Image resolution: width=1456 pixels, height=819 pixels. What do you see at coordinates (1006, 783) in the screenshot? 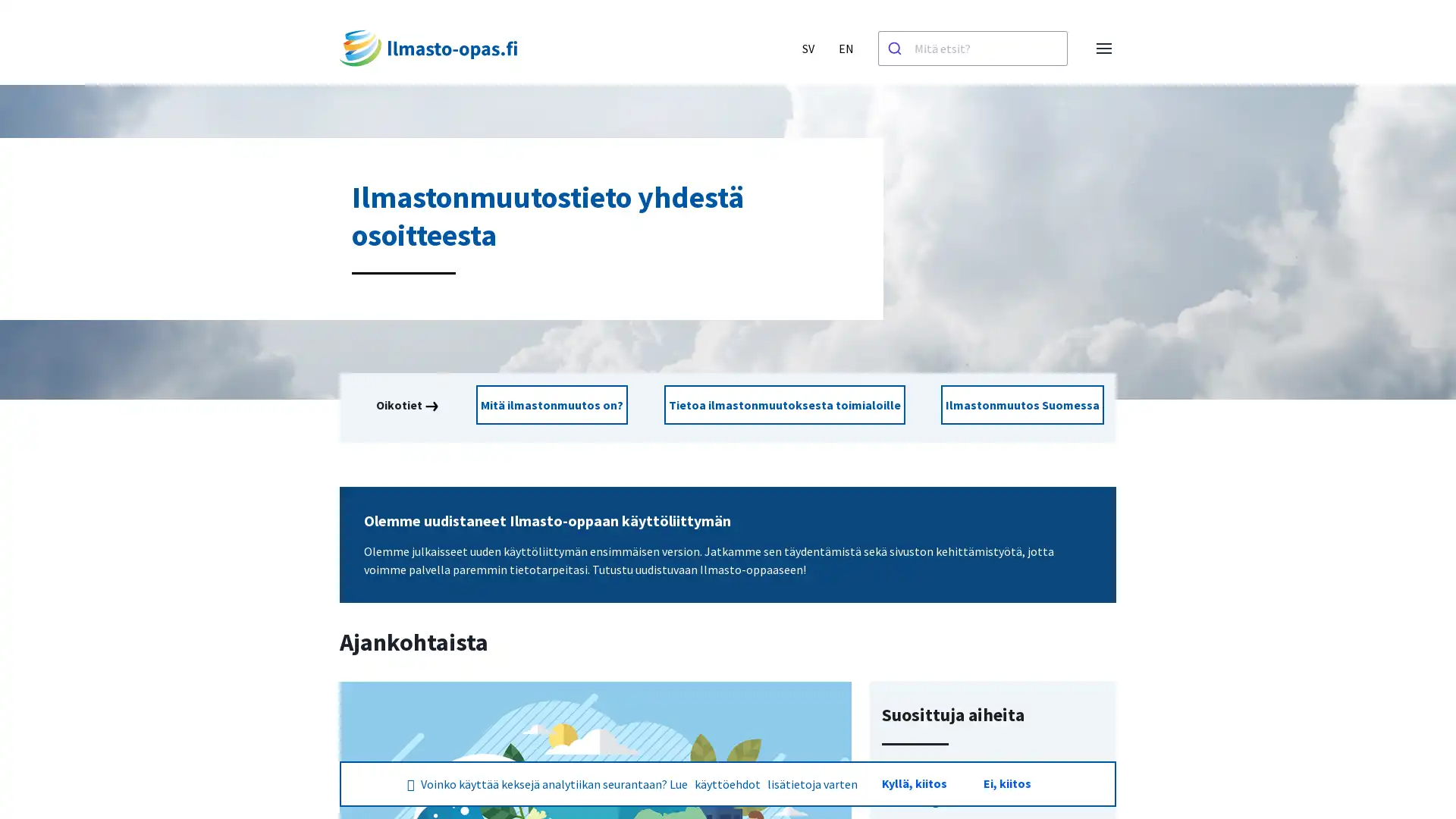
I see `Ei, kiitos` at bounding box center [1006, 783].